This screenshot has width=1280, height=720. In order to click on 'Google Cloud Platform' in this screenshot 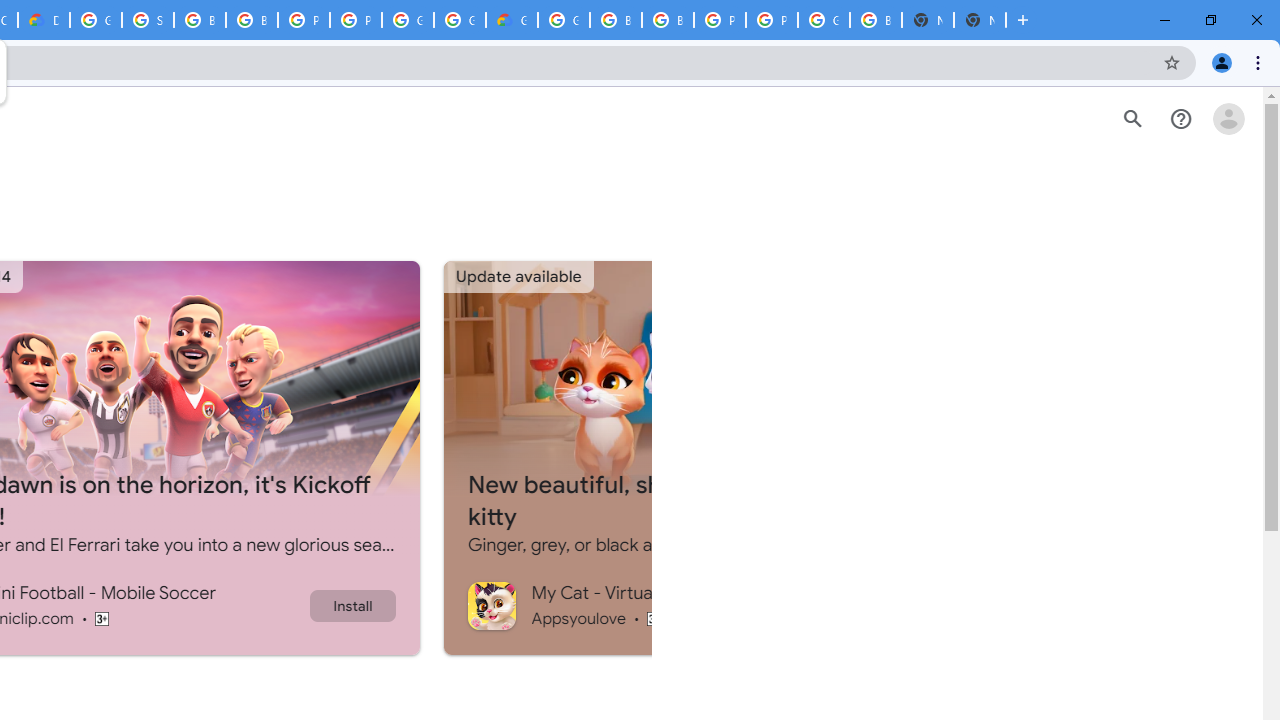, I will do `click(406, 20)`.